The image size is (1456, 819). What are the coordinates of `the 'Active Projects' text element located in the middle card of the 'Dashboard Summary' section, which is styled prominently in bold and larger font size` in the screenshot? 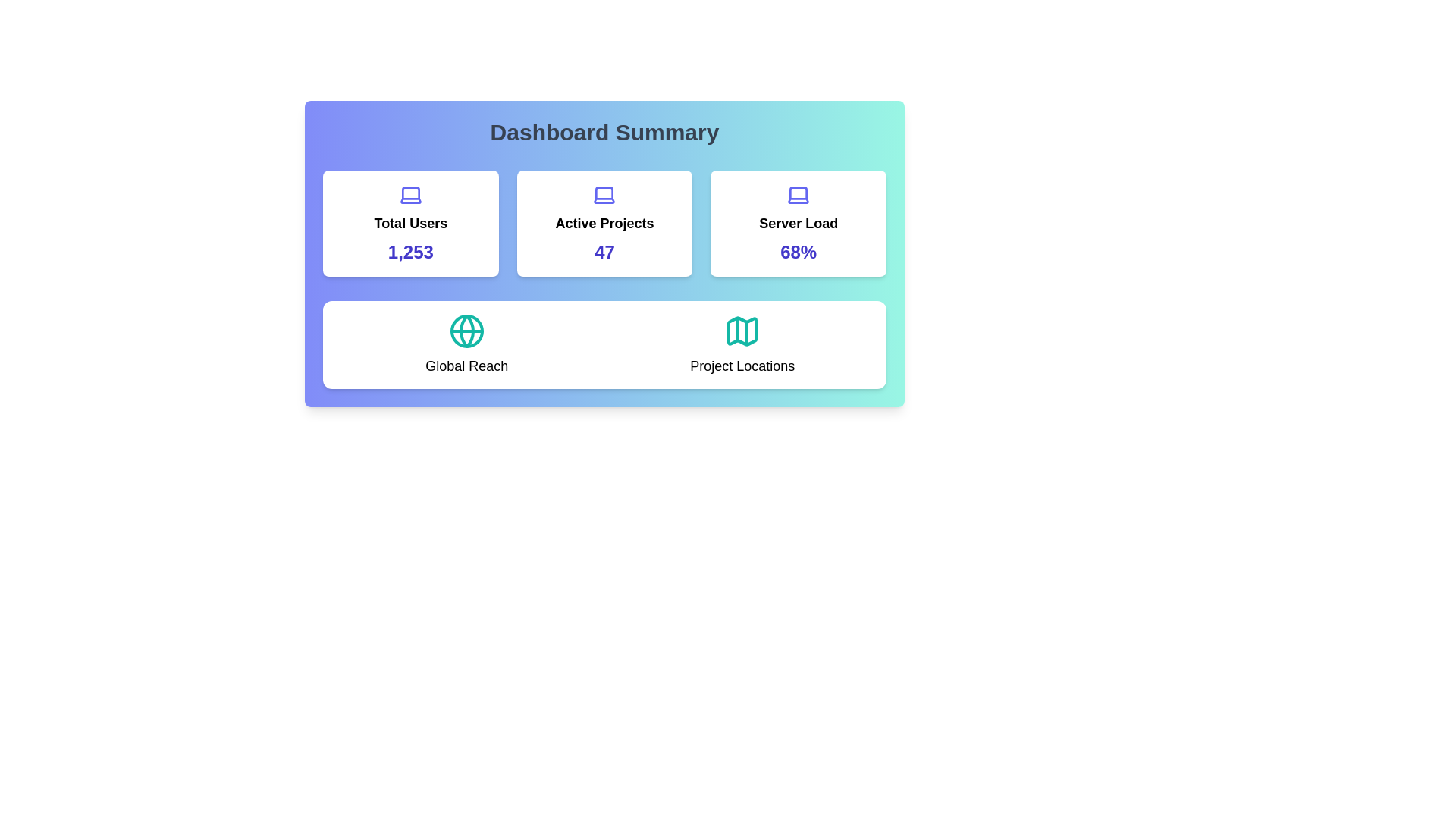 It's located at (604, 223).